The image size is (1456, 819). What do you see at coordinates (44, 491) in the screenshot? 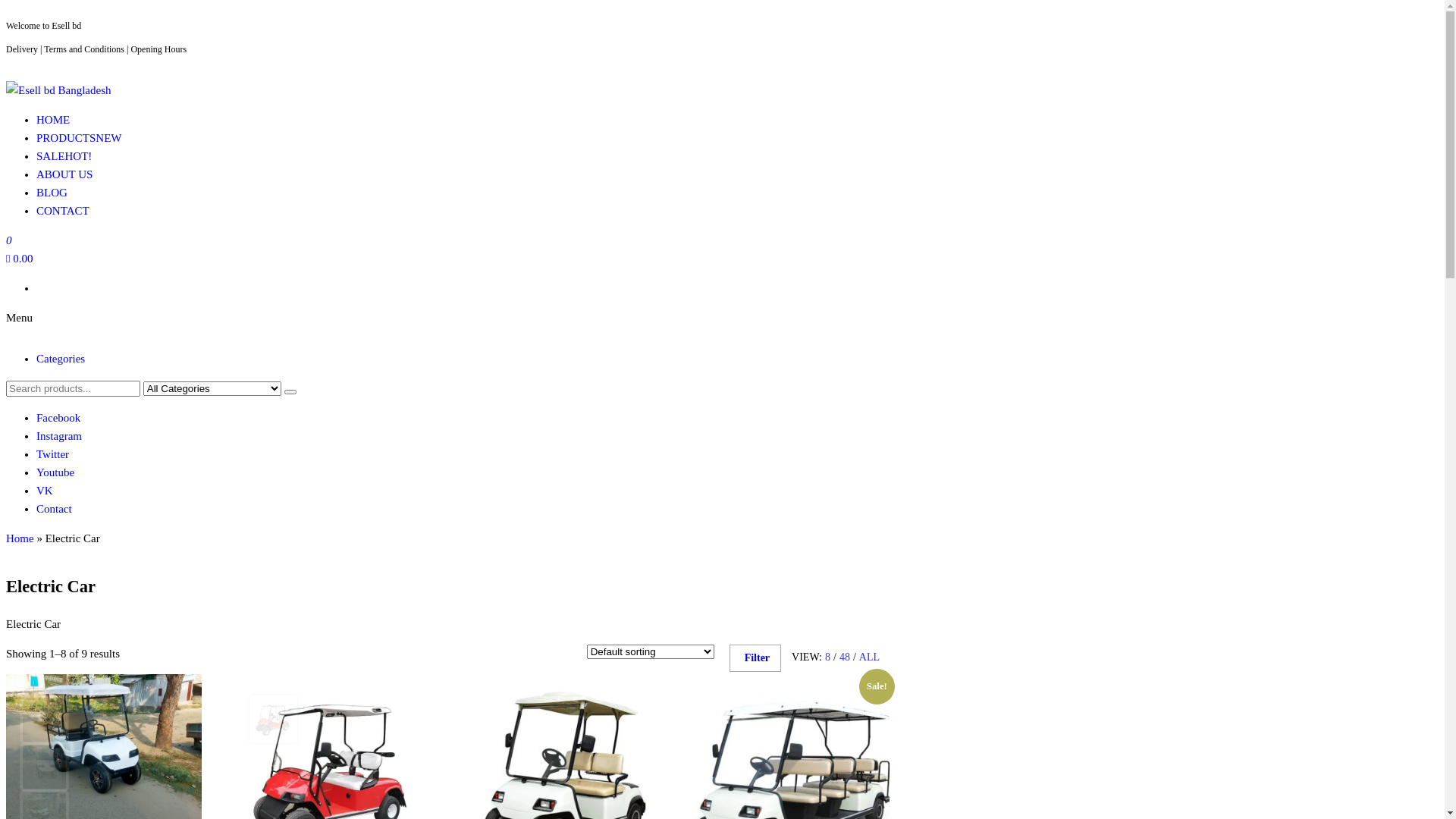
I see `'VK'` at bounding box center [44, 491].